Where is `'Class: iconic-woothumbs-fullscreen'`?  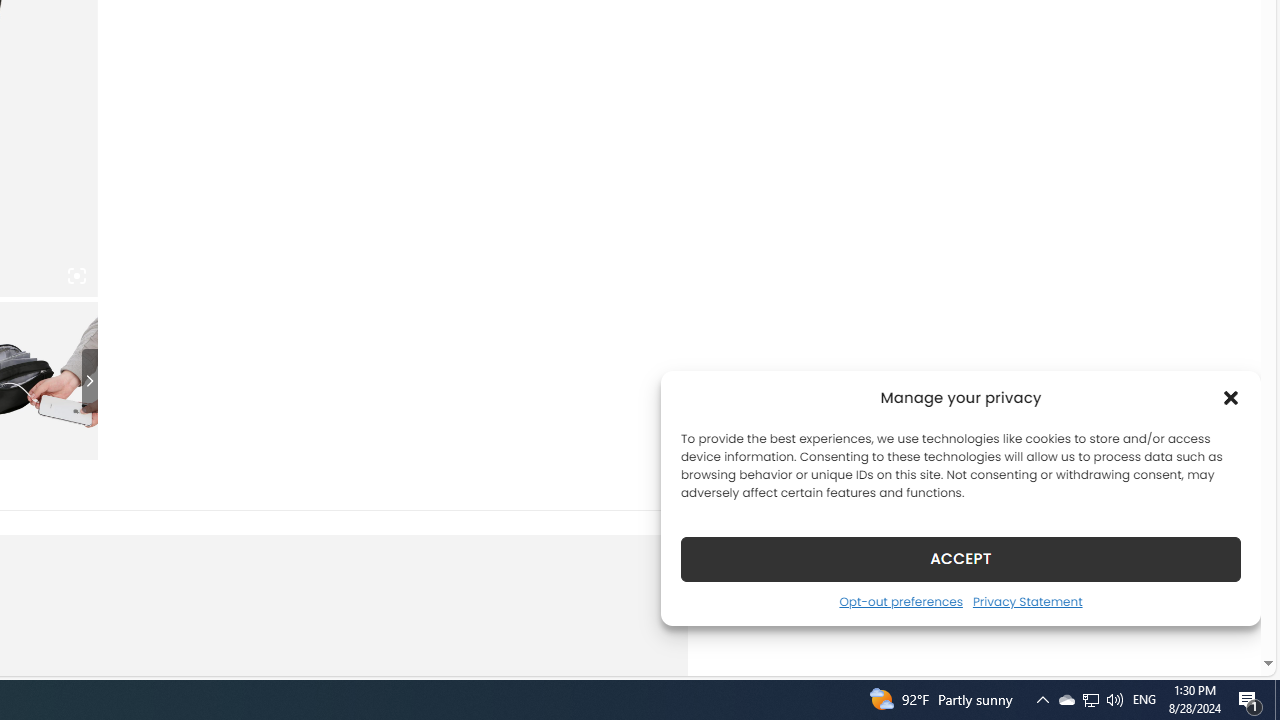 'Class: iconic-woothumbs-fullscreen' is located at coordinates (76, 276).